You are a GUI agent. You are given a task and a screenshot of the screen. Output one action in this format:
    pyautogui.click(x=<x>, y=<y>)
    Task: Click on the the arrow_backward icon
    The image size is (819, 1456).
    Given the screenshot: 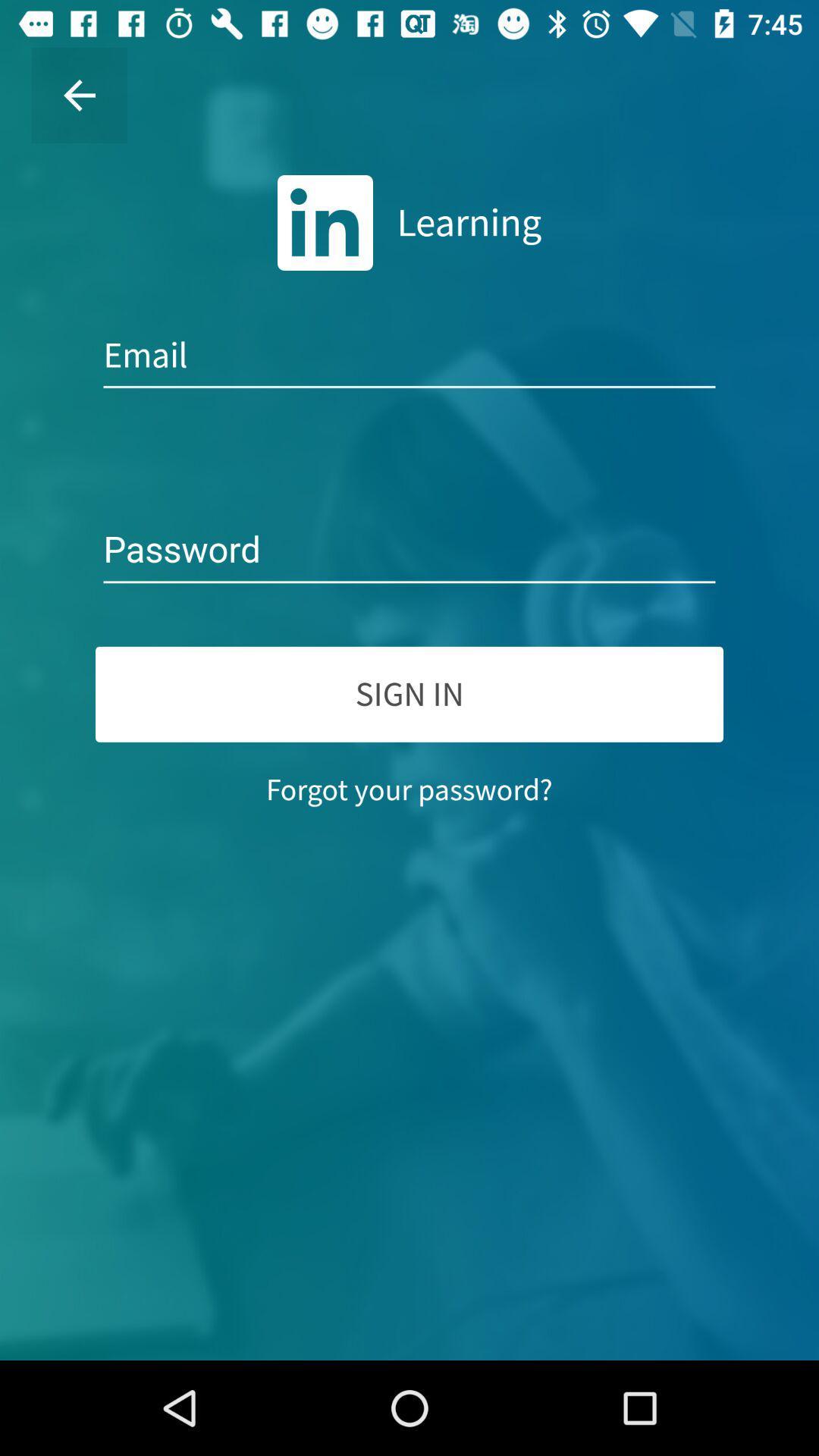 What is the action you would take?
    pyautogui.click(x=79, y=94)
    